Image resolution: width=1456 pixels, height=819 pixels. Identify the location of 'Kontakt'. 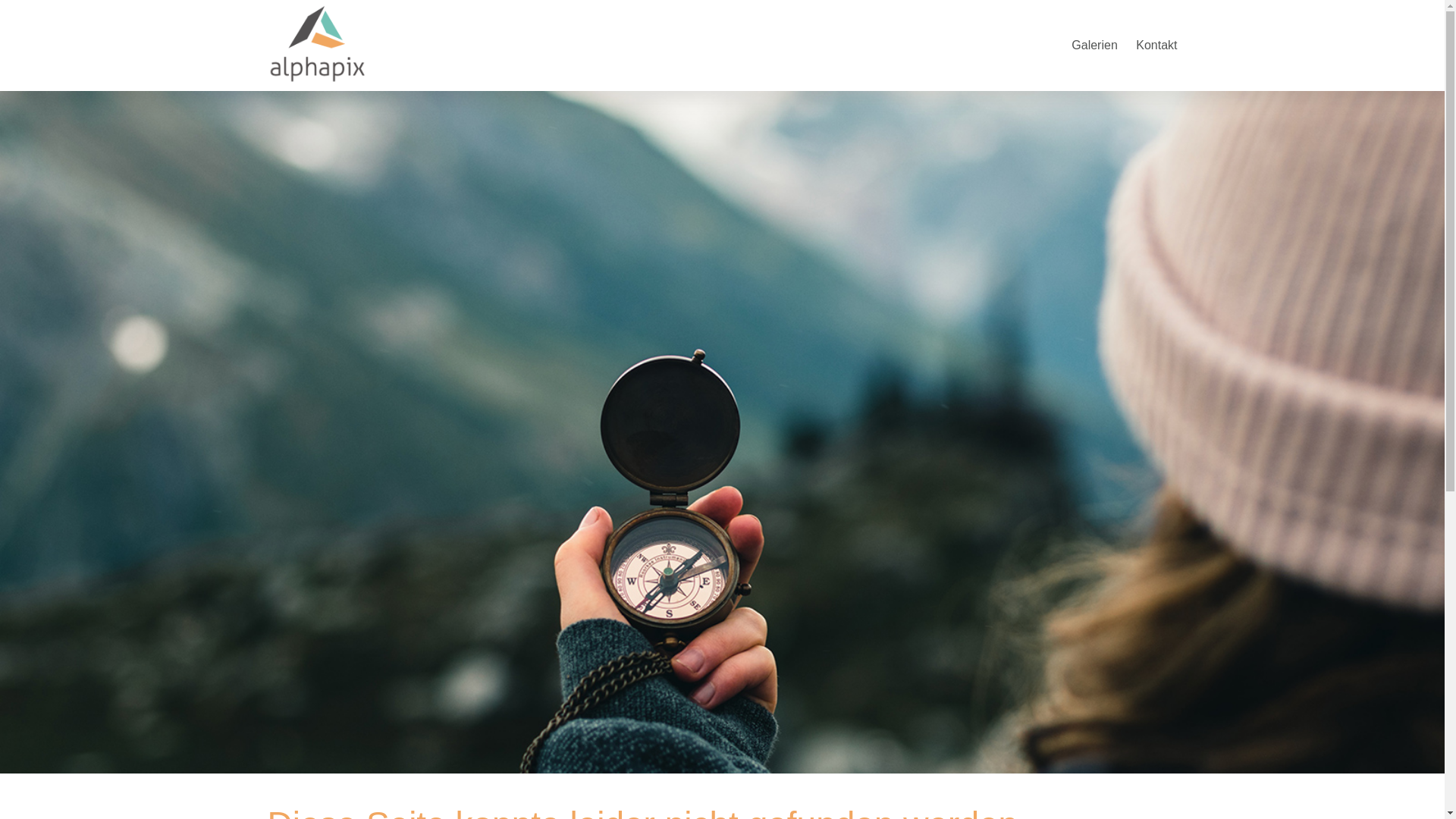
(1156, 44).